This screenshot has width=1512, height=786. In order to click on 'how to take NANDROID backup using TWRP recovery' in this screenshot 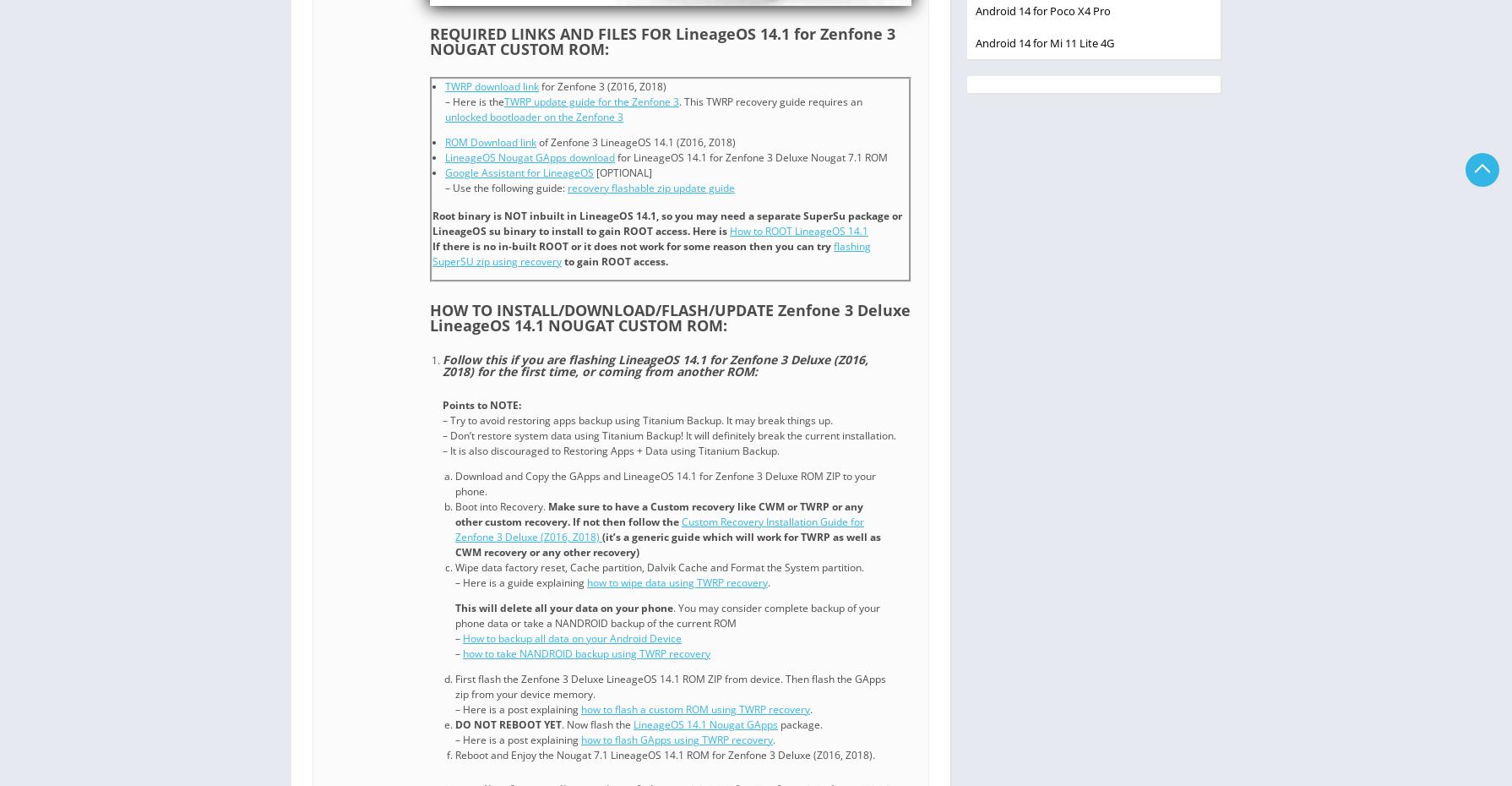, I will do `click(461, 653)`.